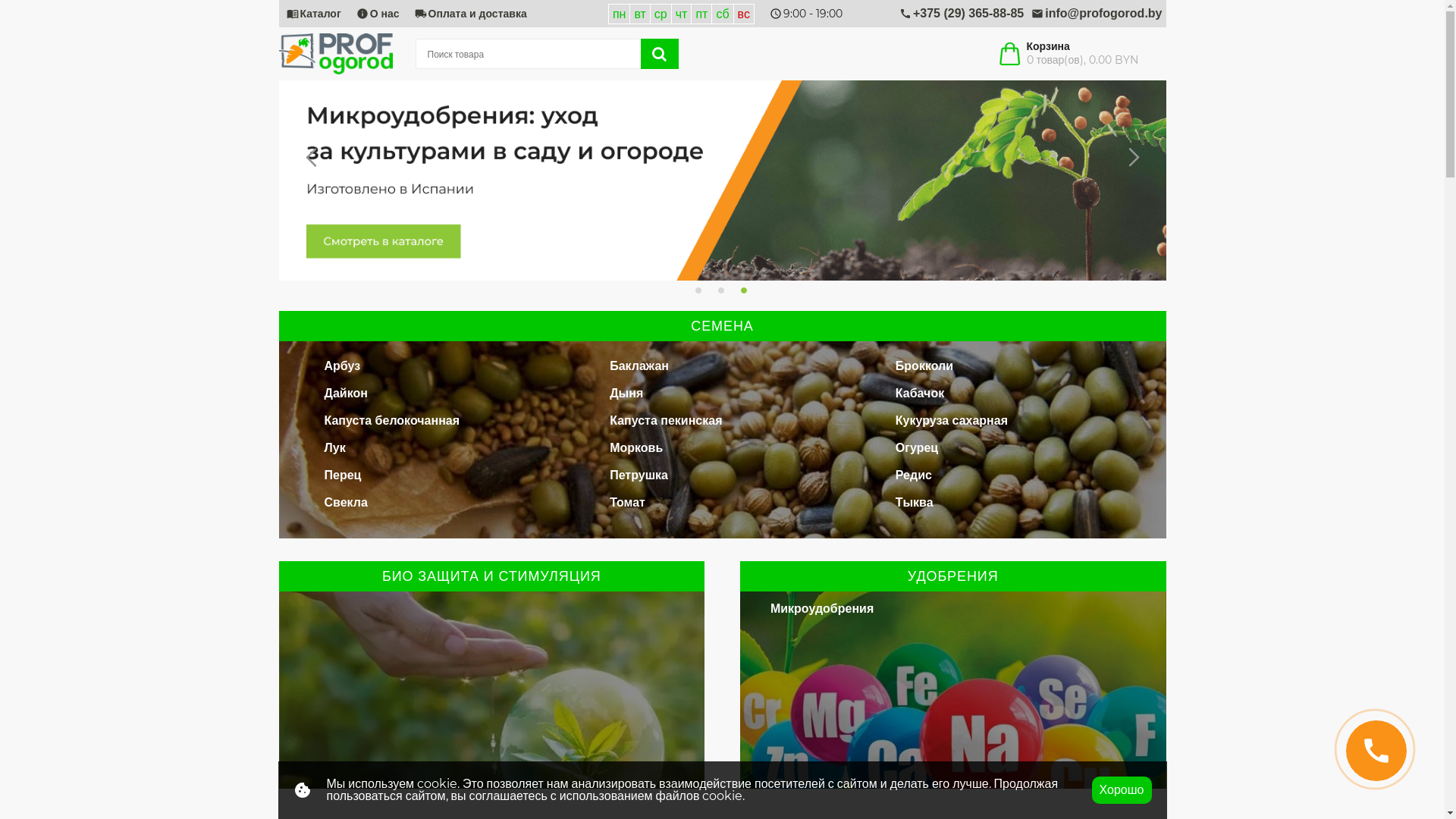 The height and width of the screenshot is (819, 1456). What do you see at coordinates (960, 14) in the screenshot?
I see `'call` at bounding box center [960, 14].